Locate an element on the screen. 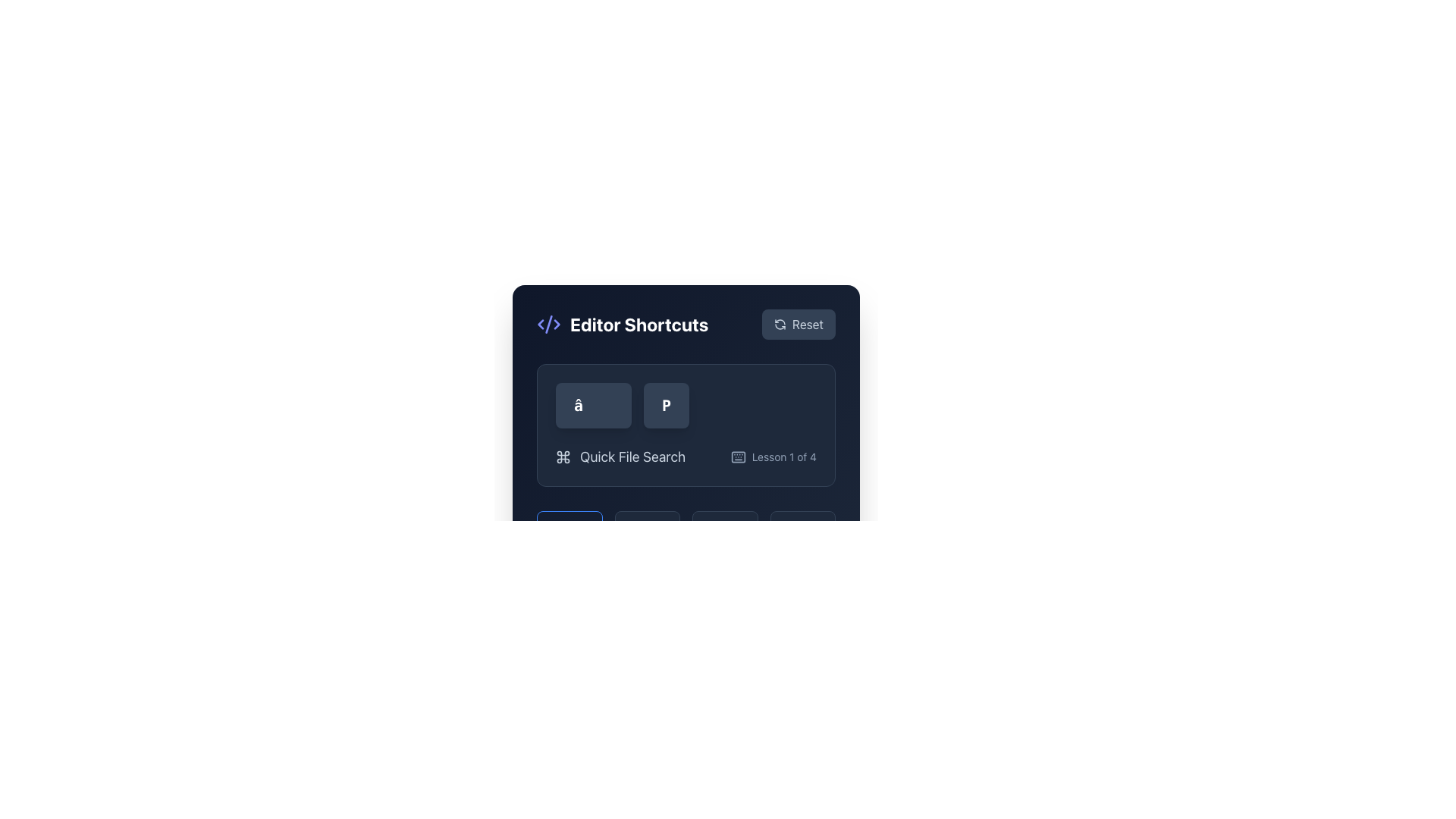 This screenshot has width=1456, height=819. the text label reading 'Lesson 1 of 4' in light gray color, located to the immediate right of a keyboard icon in the 'Editor Shortcuts' section is located at coordinates (784, 456).